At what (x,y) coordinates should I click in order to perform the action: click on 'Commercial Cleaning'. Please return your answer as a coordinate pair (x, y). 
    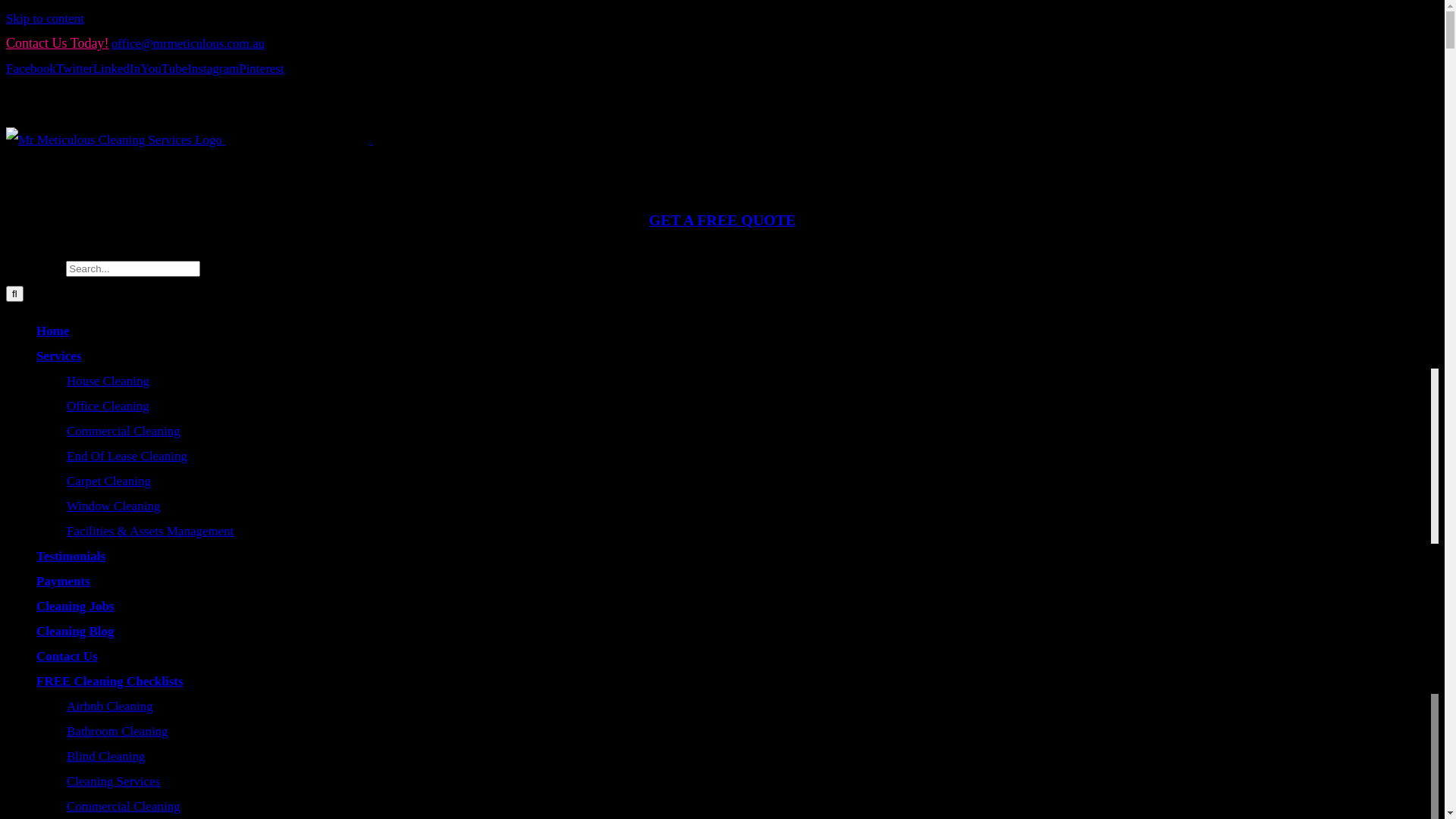
    Looking at the image, I should click on (124, 805).